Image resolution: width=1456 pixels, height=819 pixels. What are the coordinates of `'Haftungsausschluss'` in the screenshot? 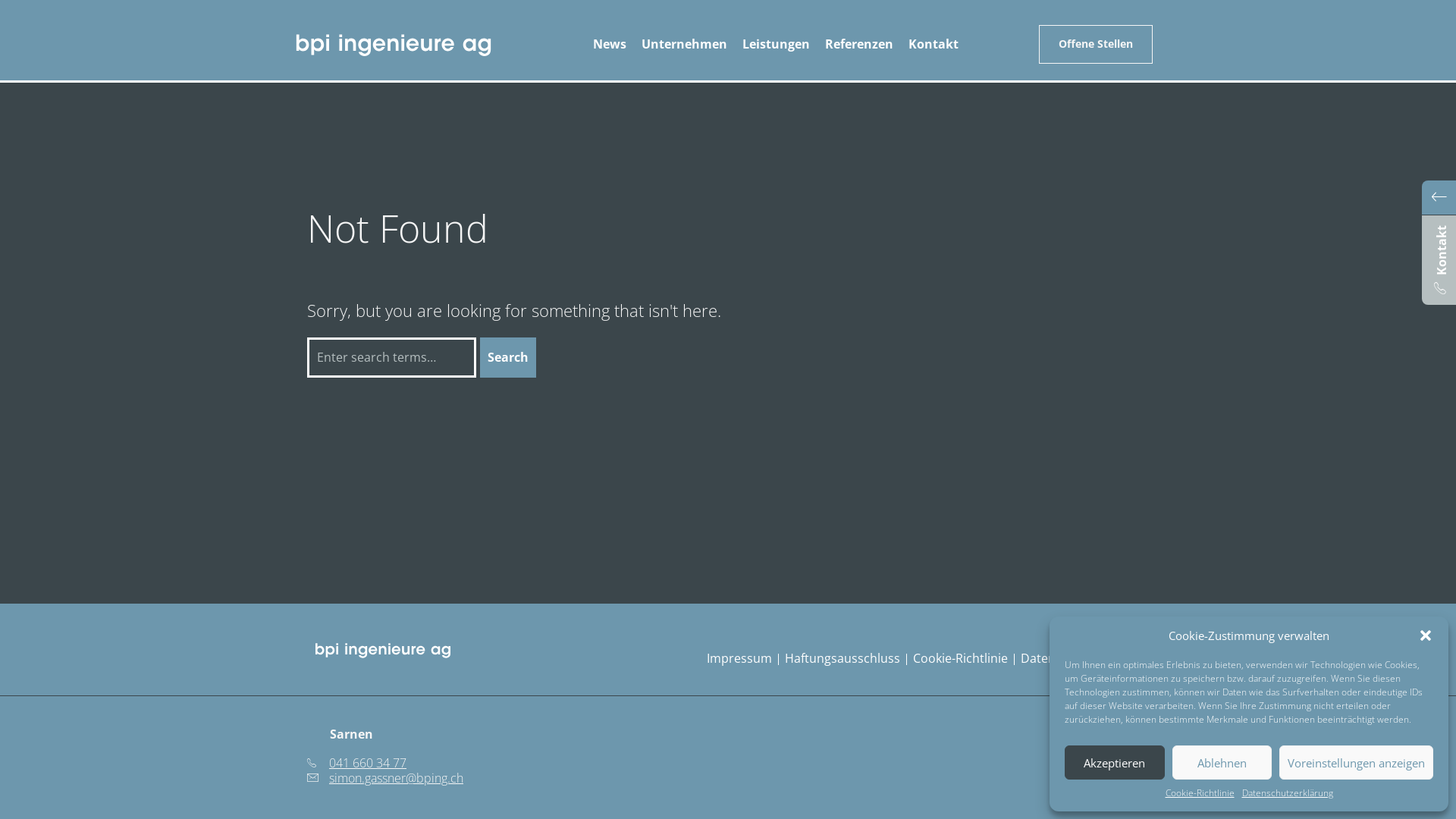 It's located at (785, 657).